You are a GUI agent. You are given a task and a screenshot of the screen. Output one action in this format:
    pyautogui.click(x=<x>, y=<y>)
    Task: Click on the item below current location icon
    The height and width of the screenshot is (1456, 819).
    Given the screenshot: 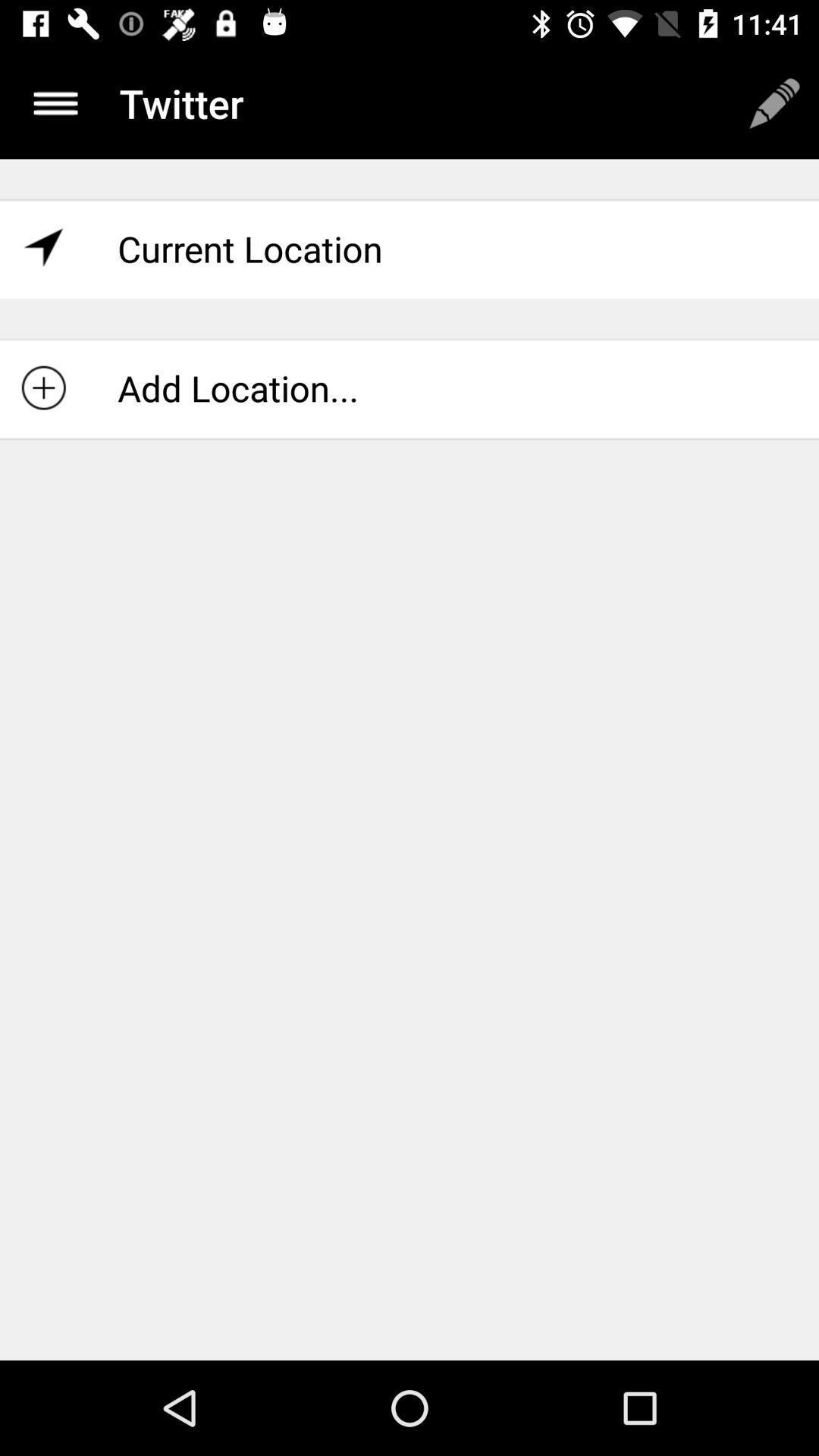 What is the action you would take?
    pyautogui.click(x=409, y=388)
    